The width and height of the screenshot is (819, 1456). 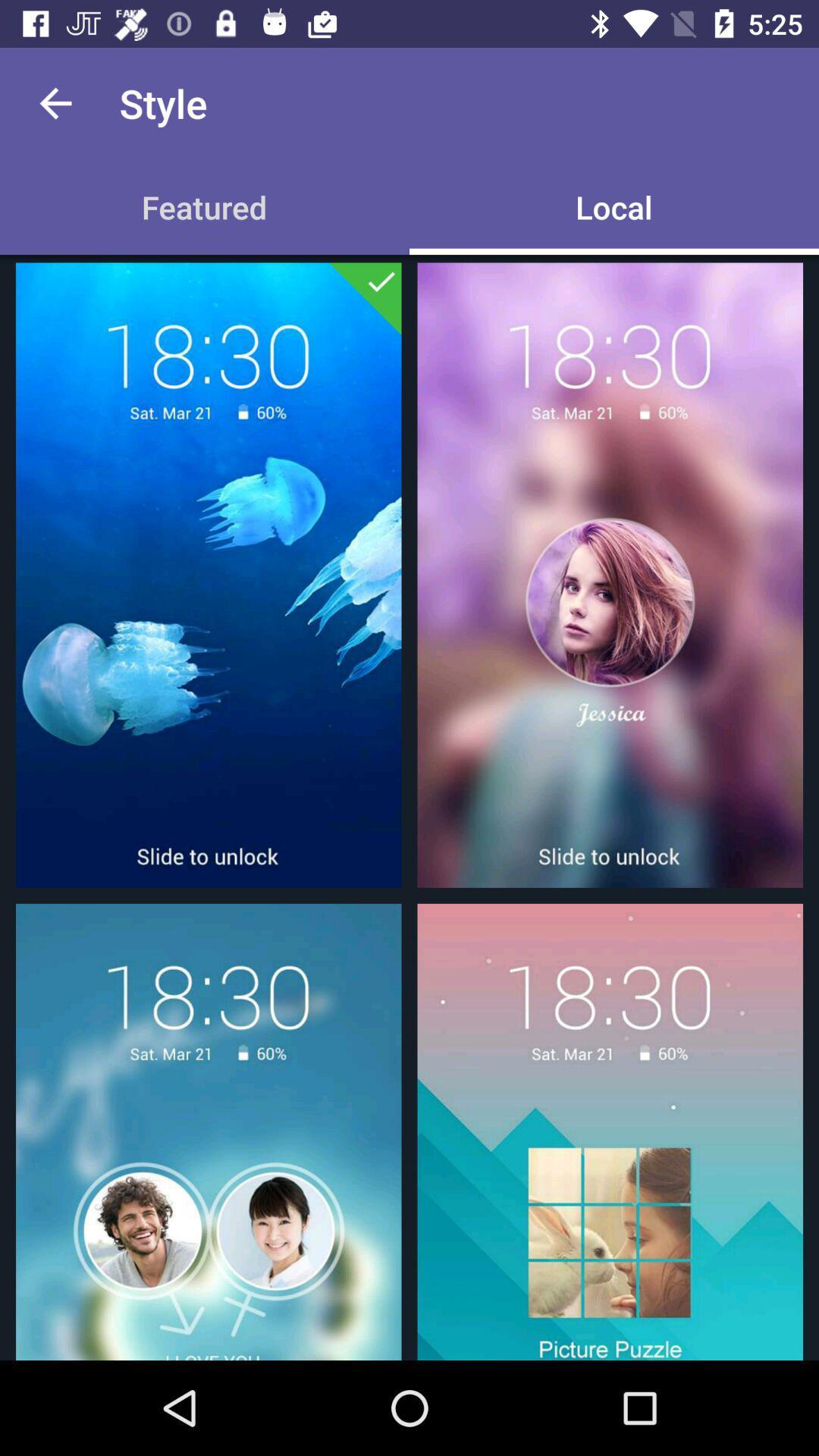 What do you see at coordinates (55, 102) in the screenshot?
I see `the icon next to the style app` at bounding box center [55, 102].